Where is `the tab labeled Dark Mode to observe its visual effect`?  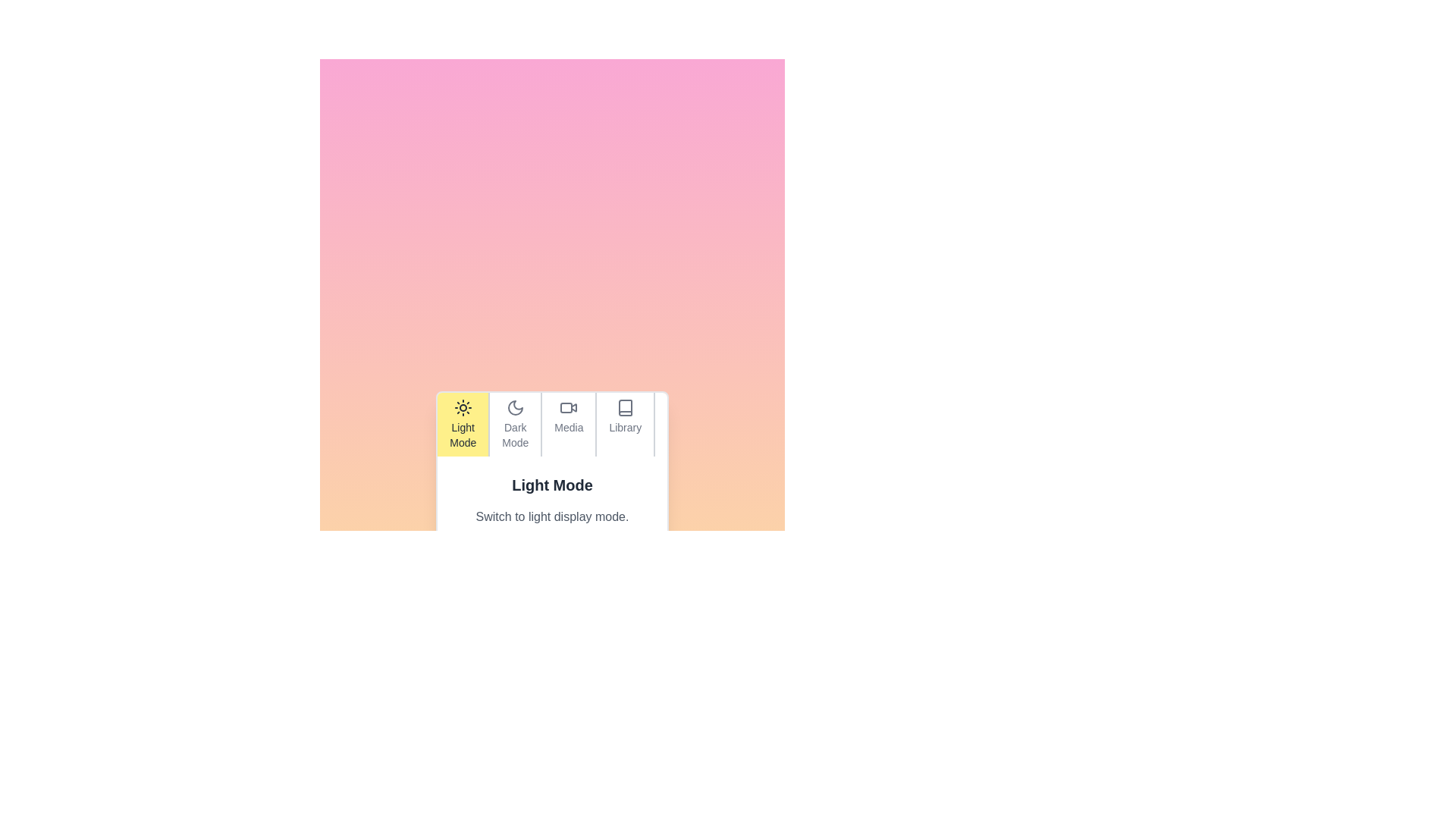
the tab labeled Dark Mode to observe its visual effect is located at coordinates (513, 424).